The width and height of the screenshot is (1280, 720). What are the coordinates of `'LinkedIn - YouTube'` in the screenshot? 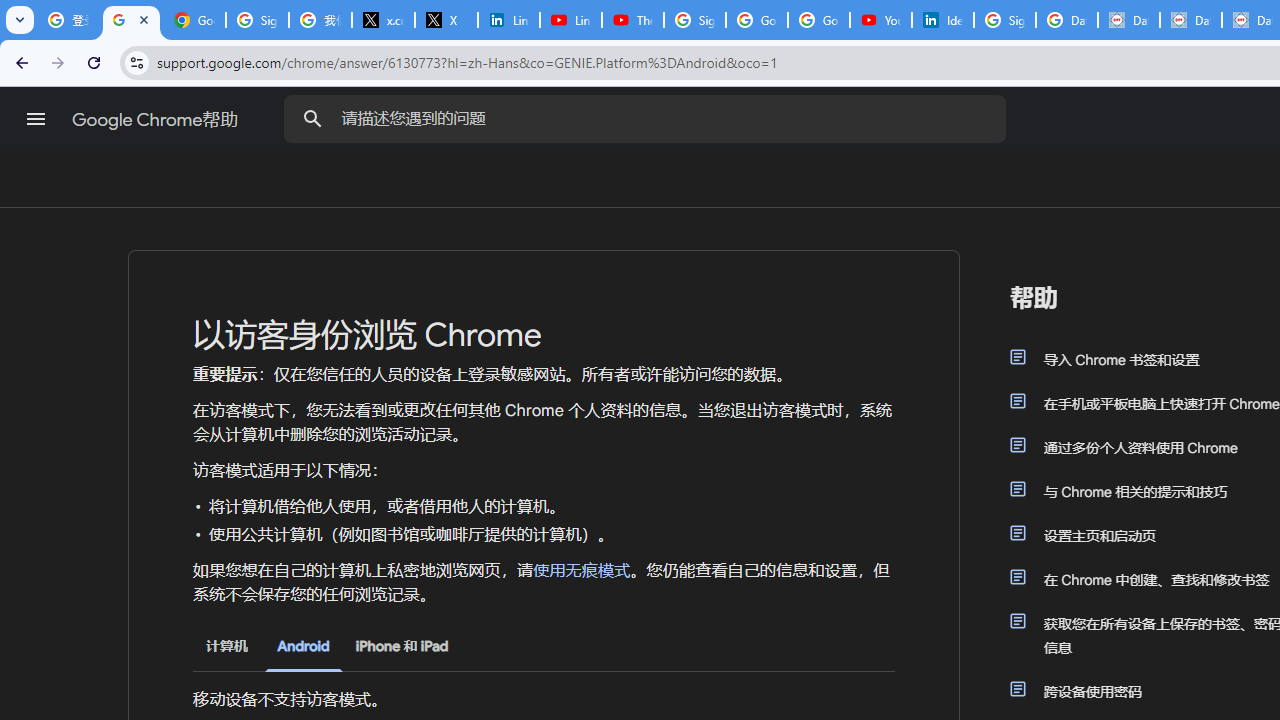 It's located at (569, 20).